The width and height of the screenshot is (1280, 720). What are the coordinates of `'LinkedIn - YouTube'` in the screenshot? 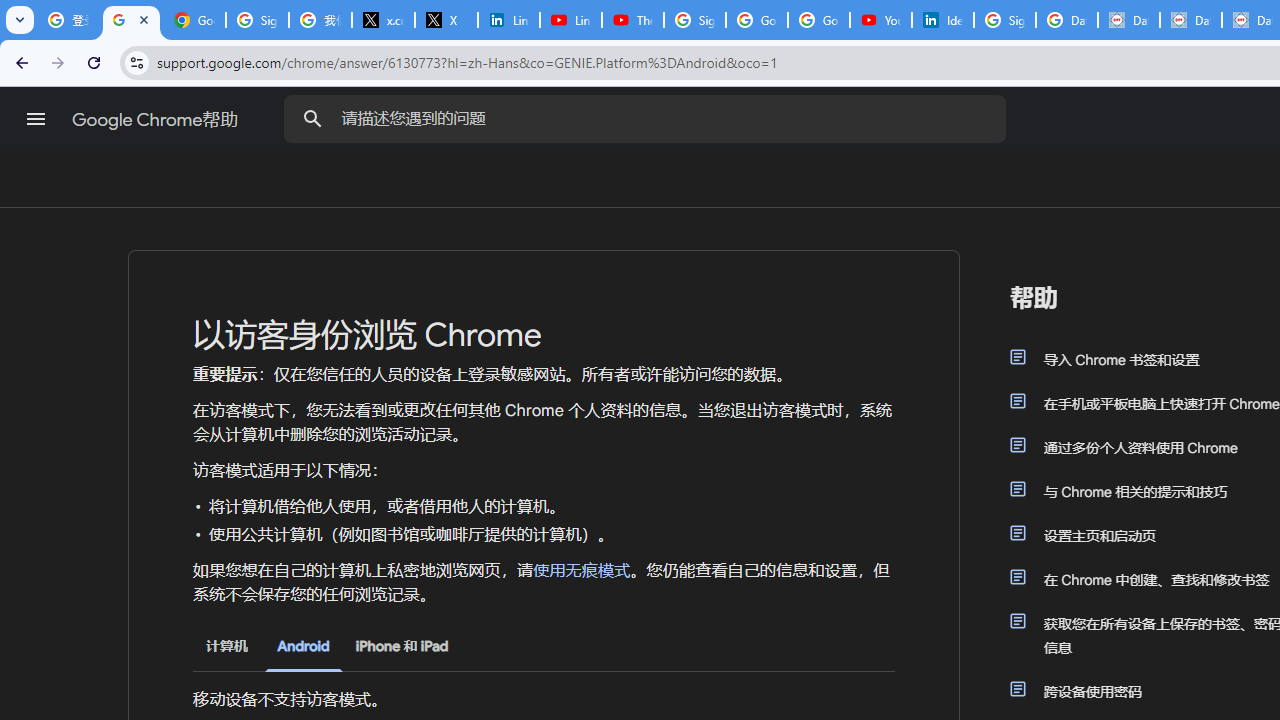 It's located at (569, 20).